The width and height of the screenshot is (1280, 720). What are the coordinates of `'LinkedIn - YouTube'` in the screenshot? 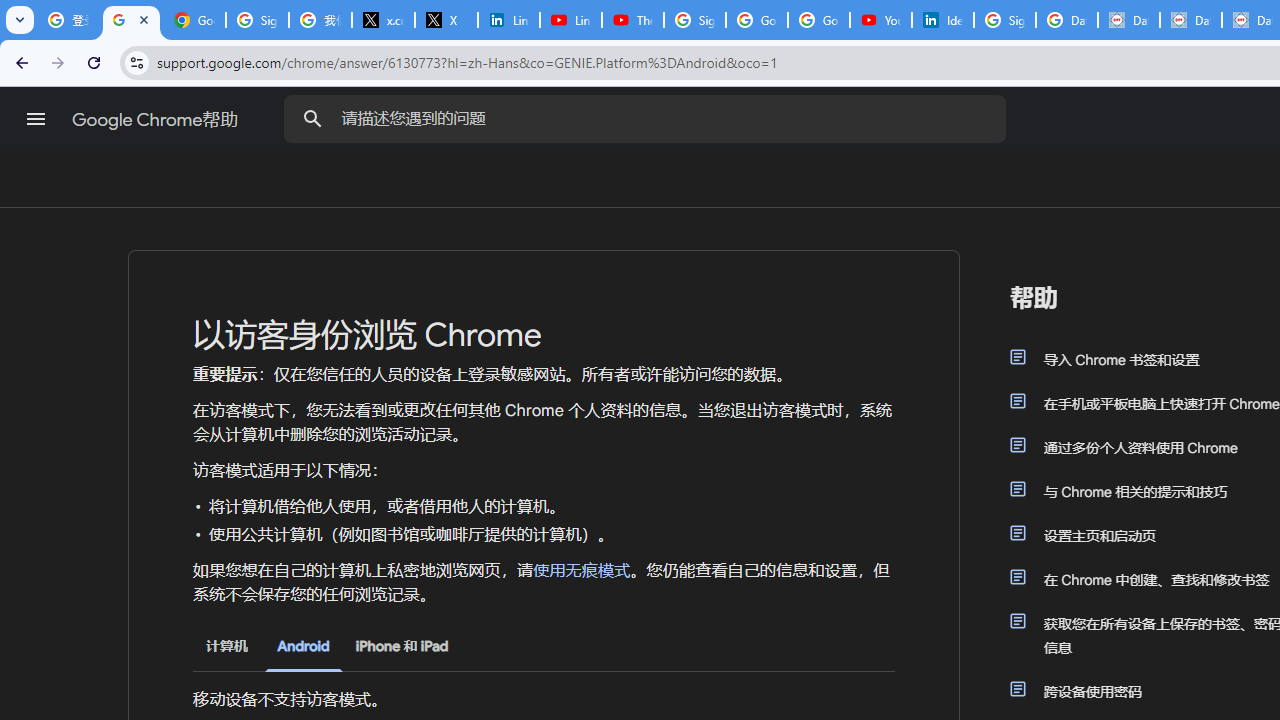 It's located at (569, 20).